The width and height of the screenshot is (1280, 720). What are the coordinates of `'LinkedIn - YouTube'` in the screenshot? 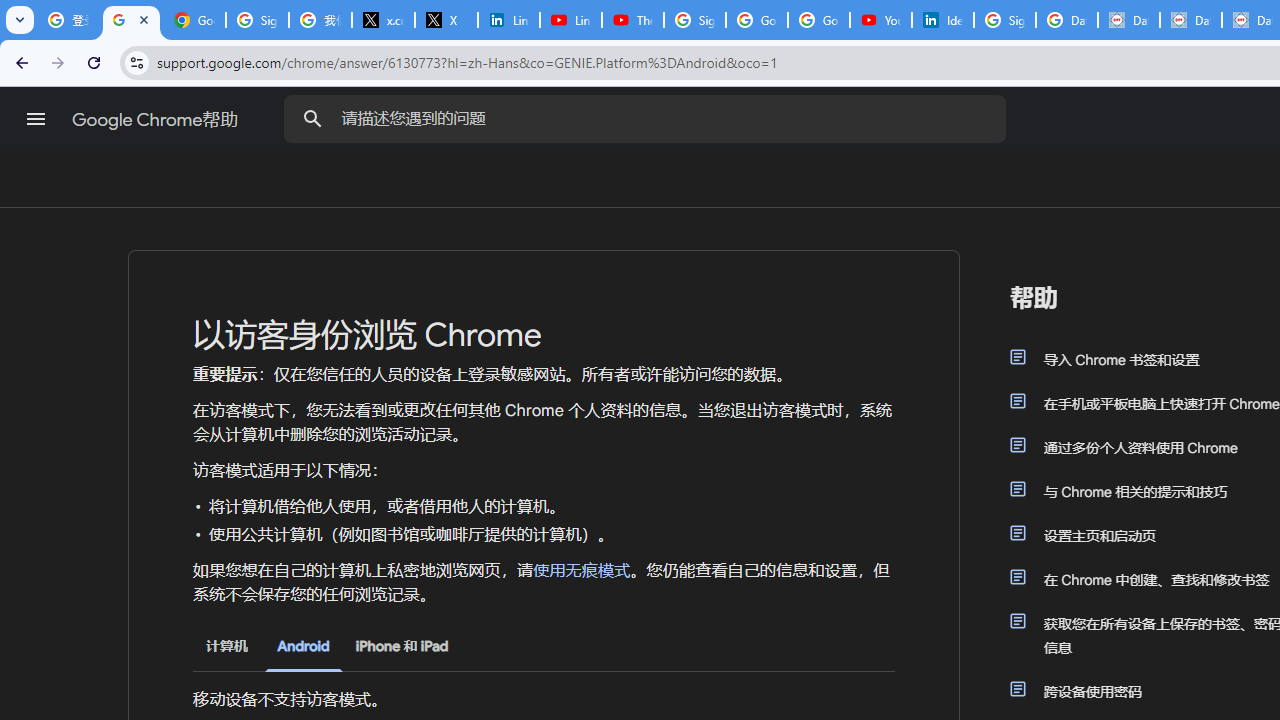 It's located at (569, 20).